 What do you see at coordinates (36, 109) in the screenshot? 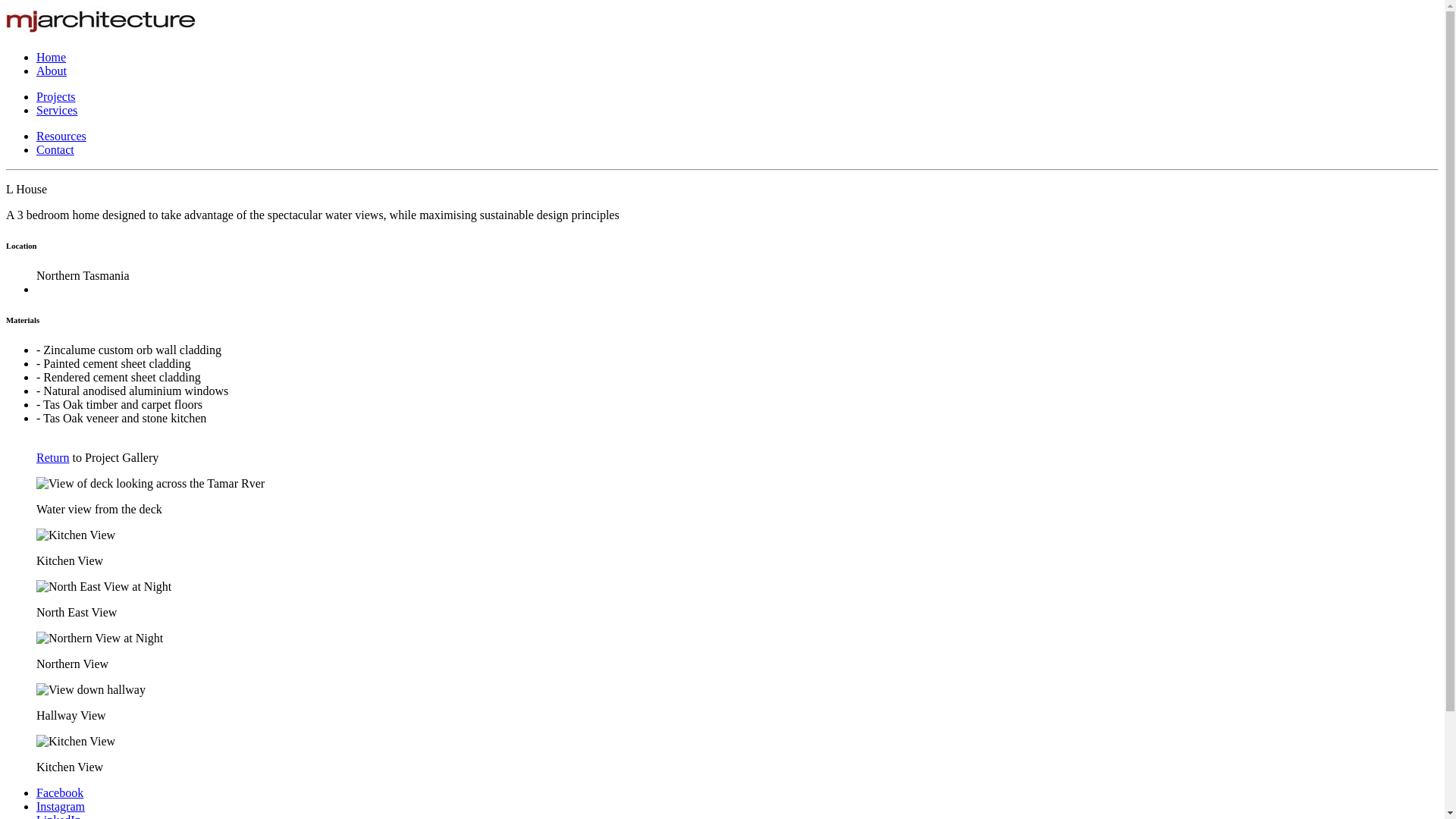
I see `'Services'` at bounding box center [36, 109].